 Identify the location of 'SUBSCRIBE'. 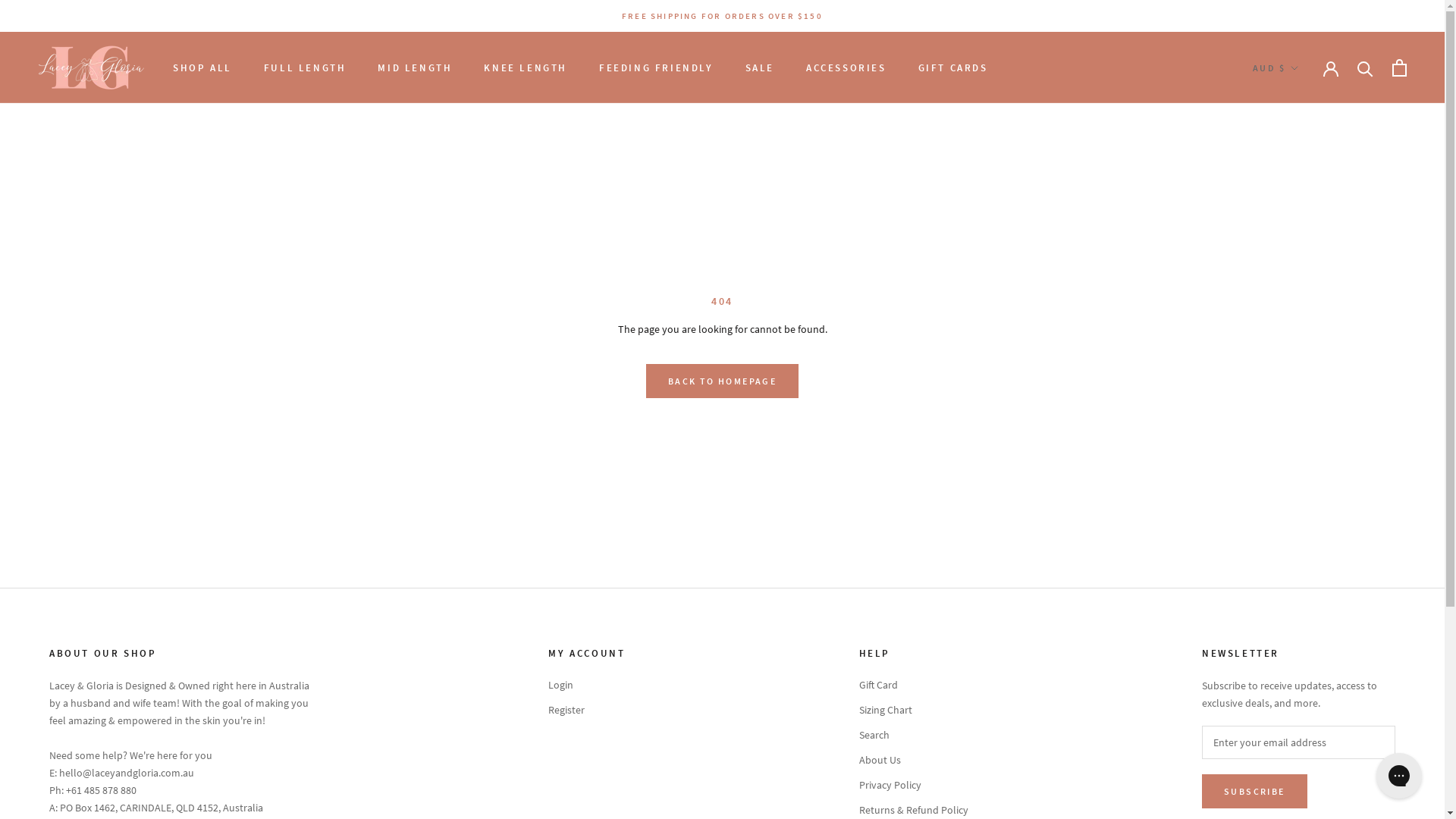
(1254, 790).